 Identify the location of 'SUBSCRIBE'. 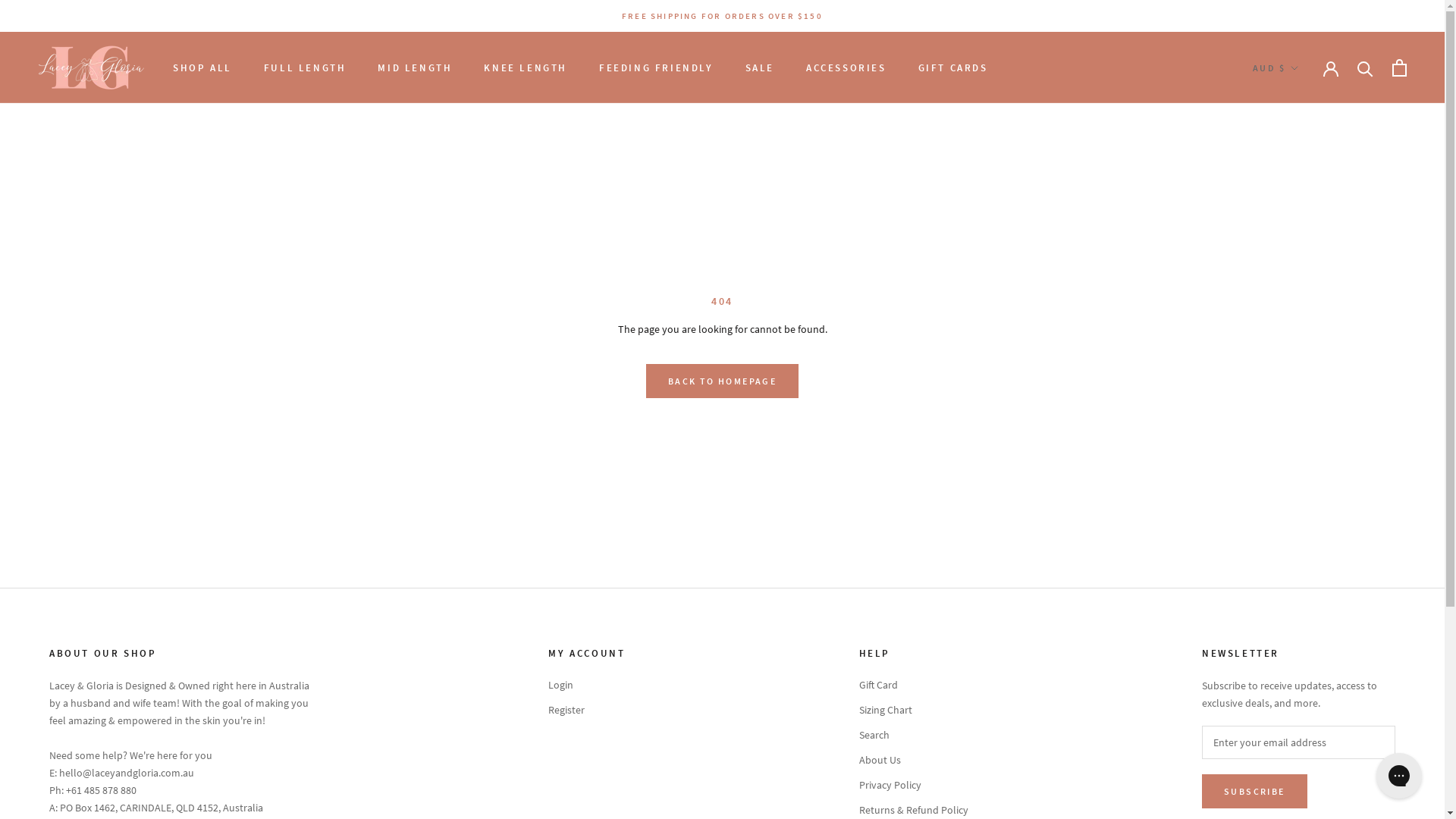
(1254, 790).